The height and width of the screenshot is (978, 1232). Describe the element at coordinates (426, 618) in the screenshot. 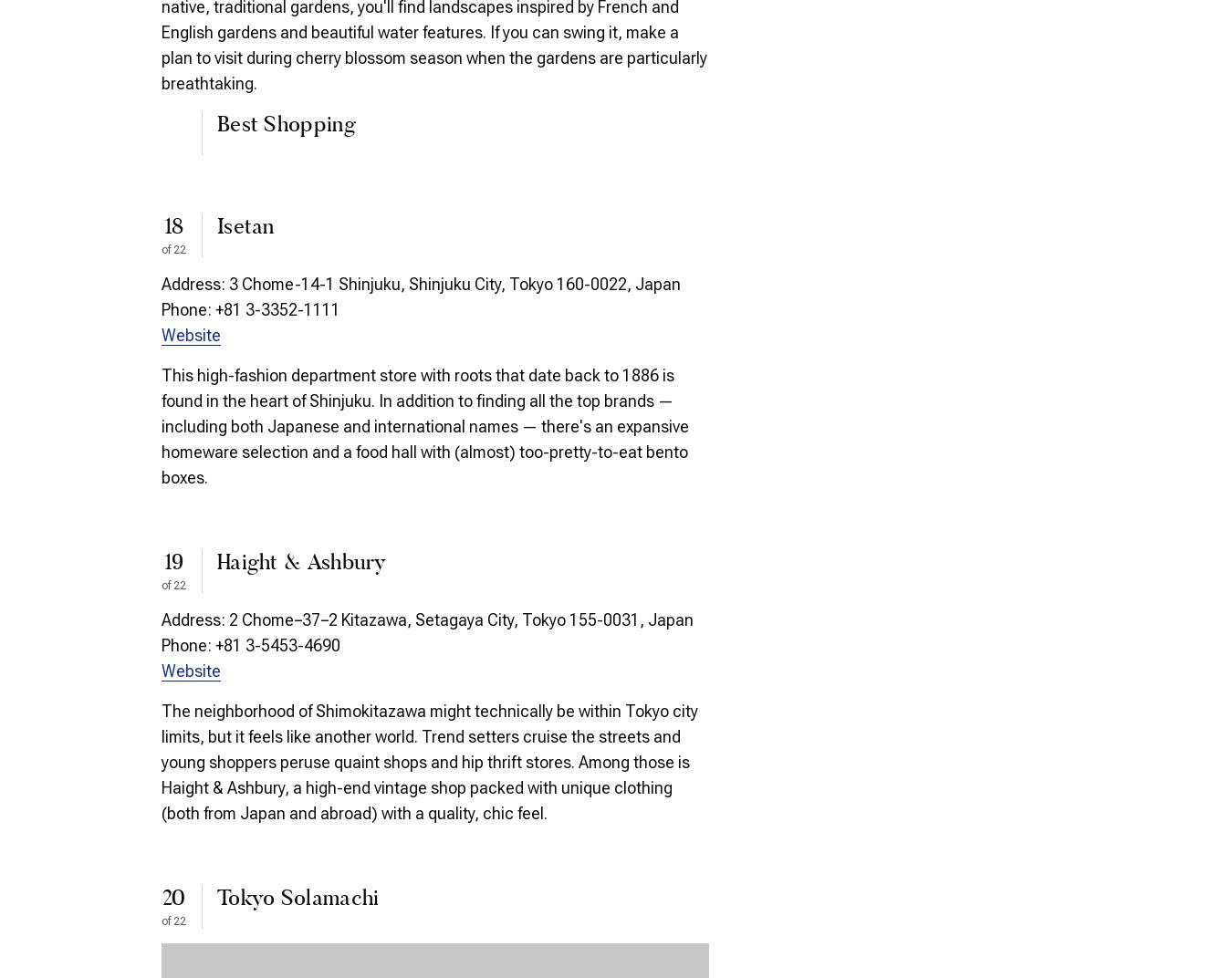

I see `'Address: 2 Chome−37−2 Kitazawa, Setagaya City, Tokyo 155-0031, Japan'` at that location.